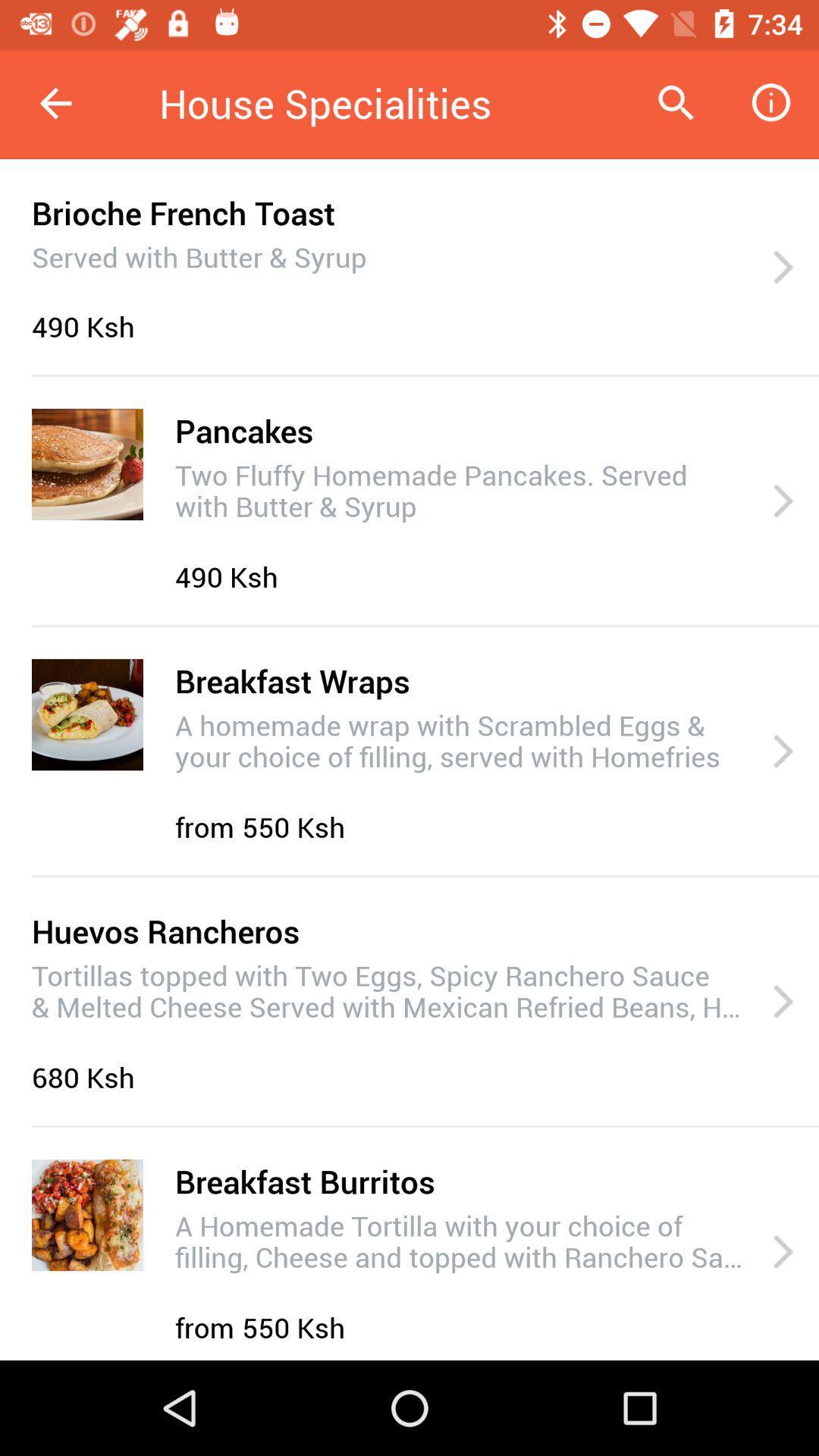  I want to click on the icon to the left of house specialities, so click(55, 102).